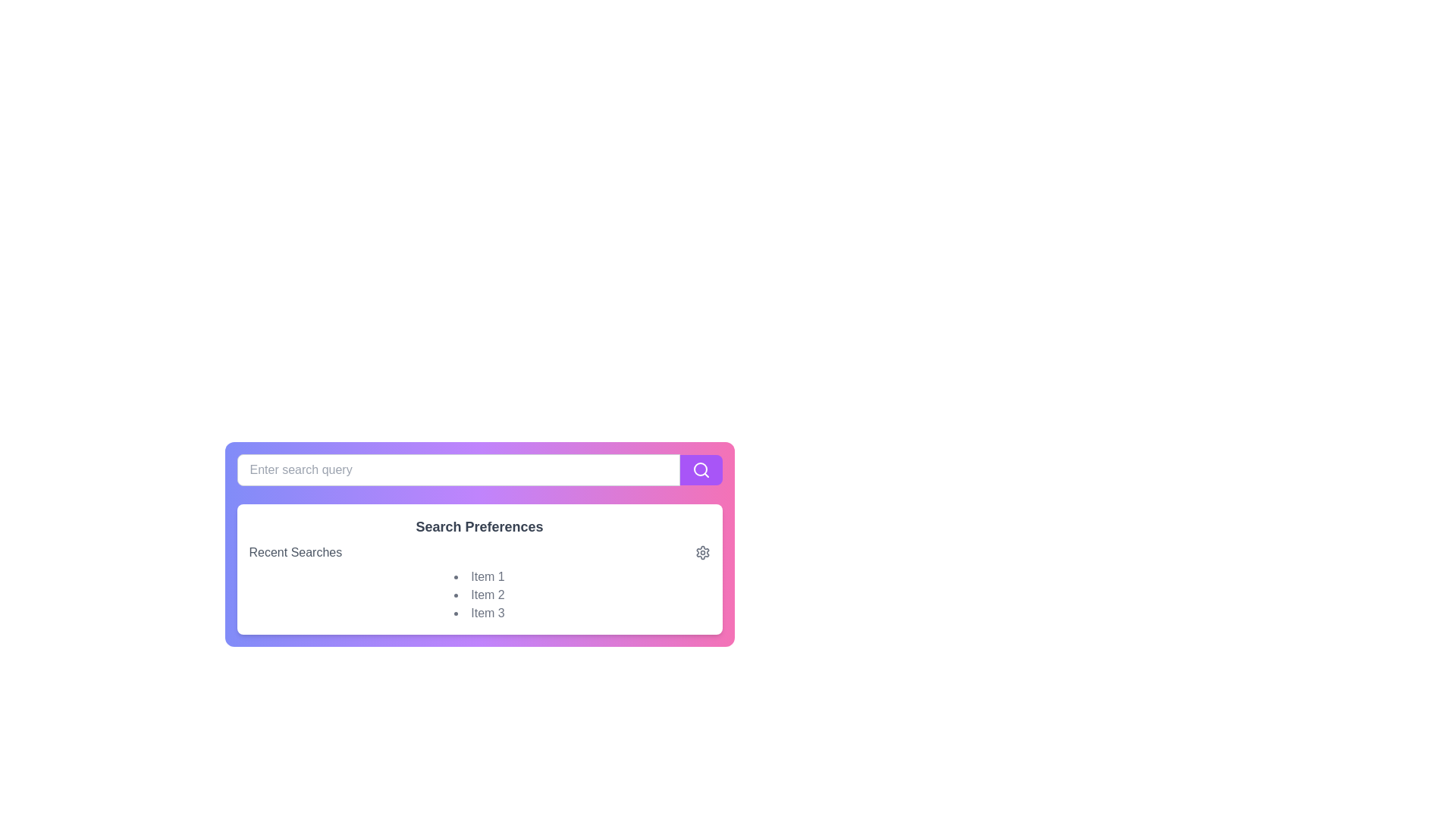 Image resolution: width=1456 pixels, height=819 pixels. What do you see at coordinates (295, 553) in the screenshot?
I see `the Static Text element labeled 'Recent Searches'` at bounding box center [295, 553].